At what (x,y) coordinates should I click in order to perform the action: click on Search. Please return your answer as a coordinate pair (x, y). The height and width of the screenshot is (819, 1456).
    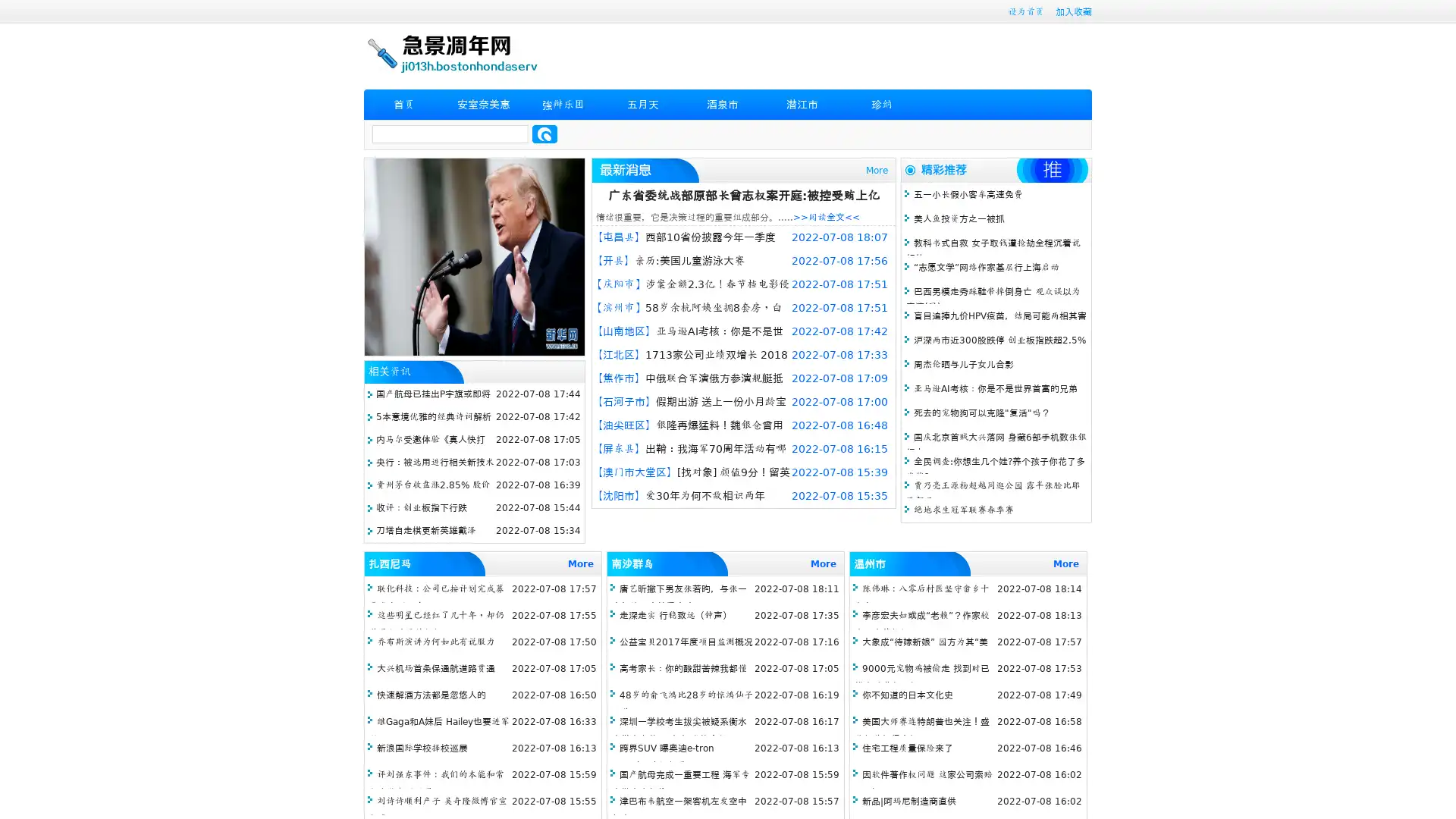
    Looking at the image, I should click on (544, 133).